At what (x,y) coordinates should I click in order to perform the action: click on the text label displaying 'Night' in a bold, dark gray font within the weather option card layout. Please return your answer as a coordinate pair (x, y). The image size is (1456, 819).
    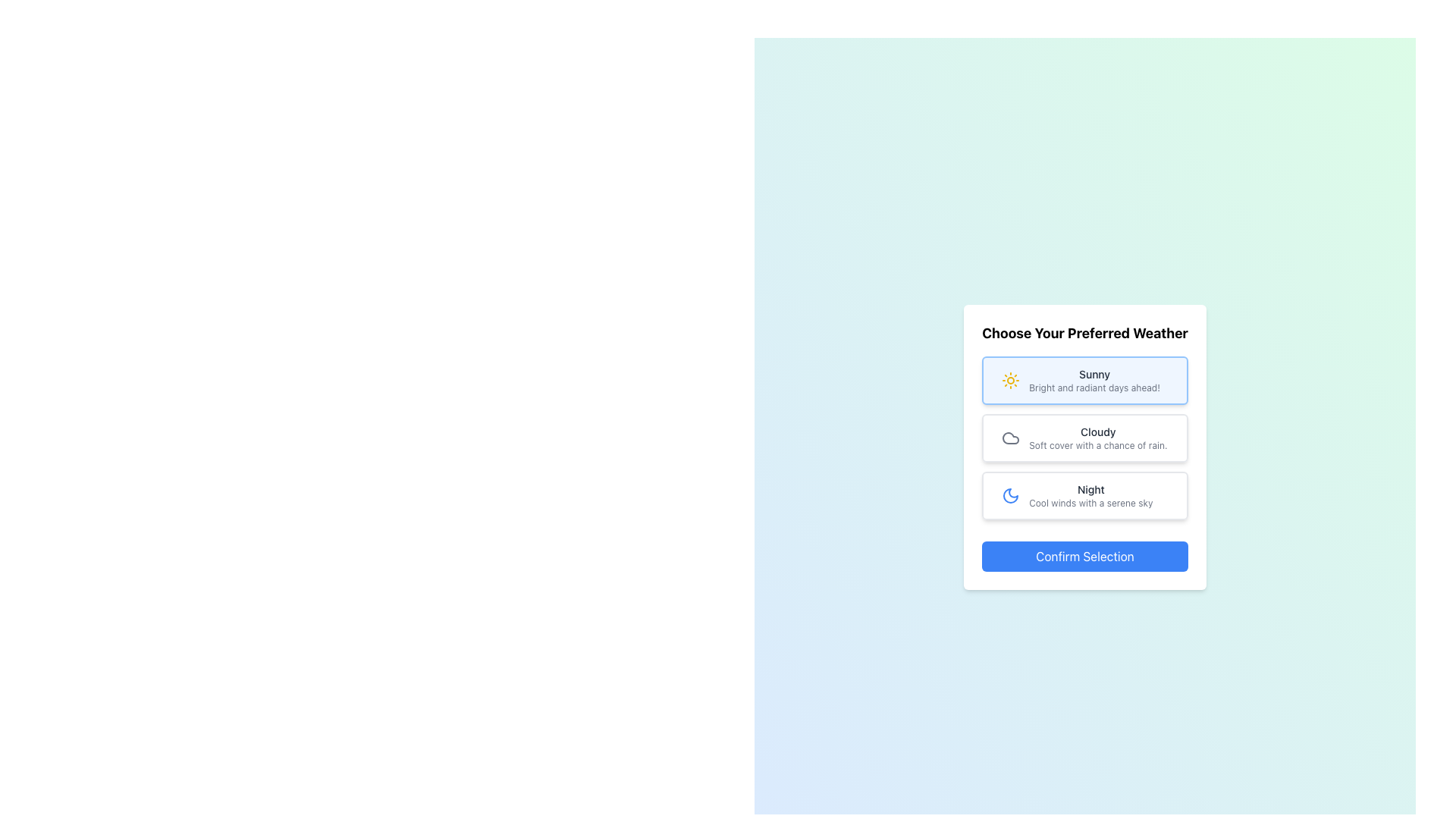
    Looking at the image, I should click on (1090, 489).